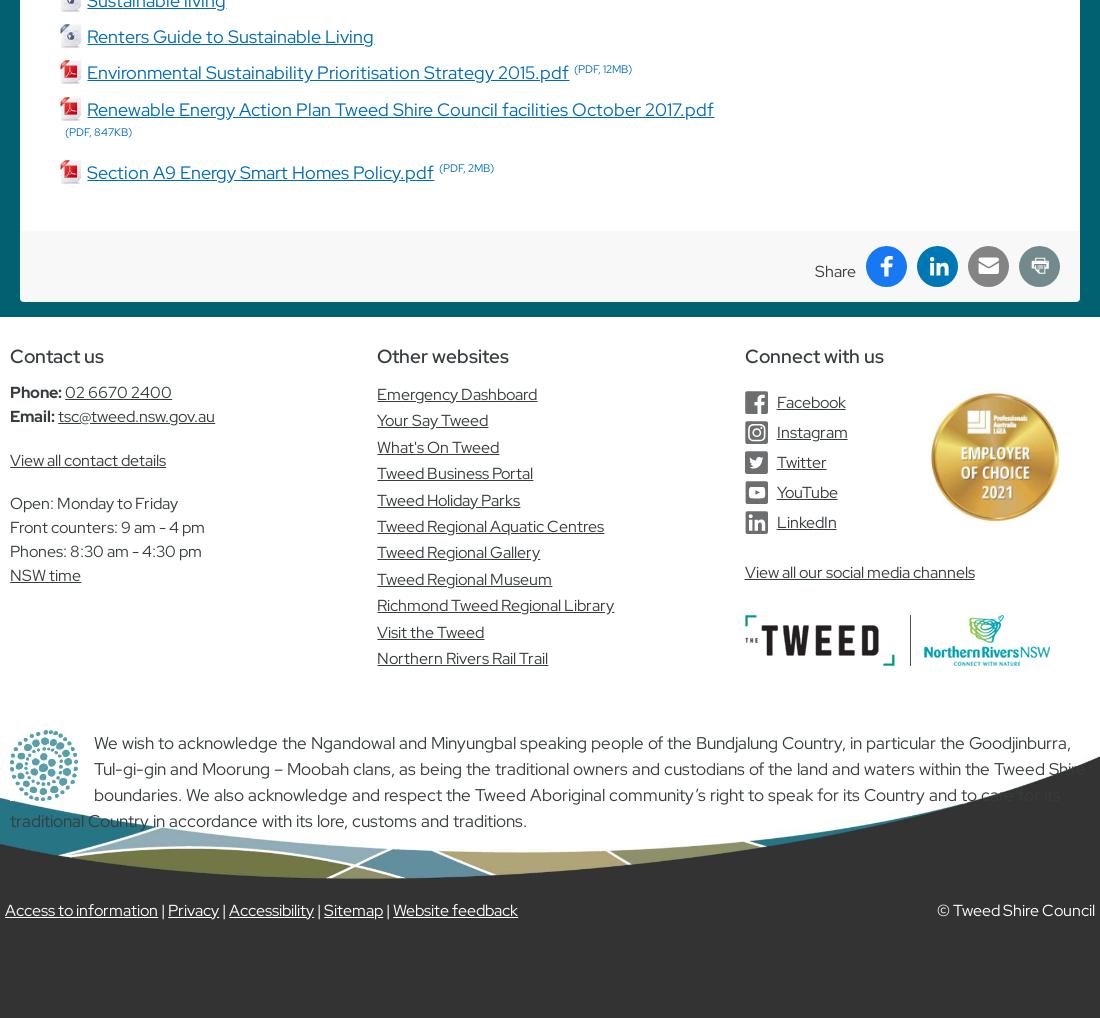  What do you see at coordinates (9, 459) in the screenshot?
I see `'View all contact details'` at bounding box center [9, 459].